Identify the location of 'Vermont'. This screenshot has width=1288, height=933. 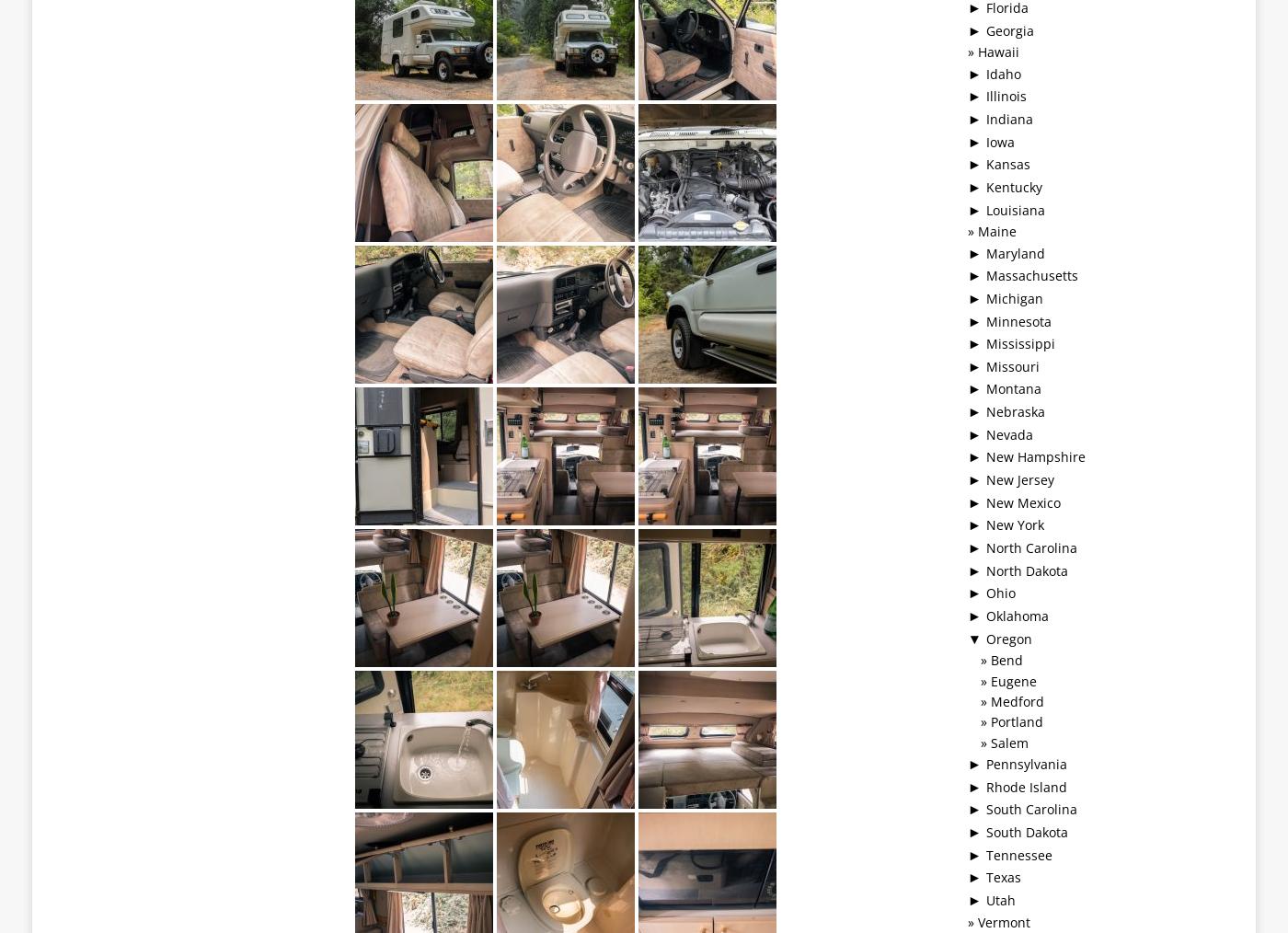
(1003, 921).